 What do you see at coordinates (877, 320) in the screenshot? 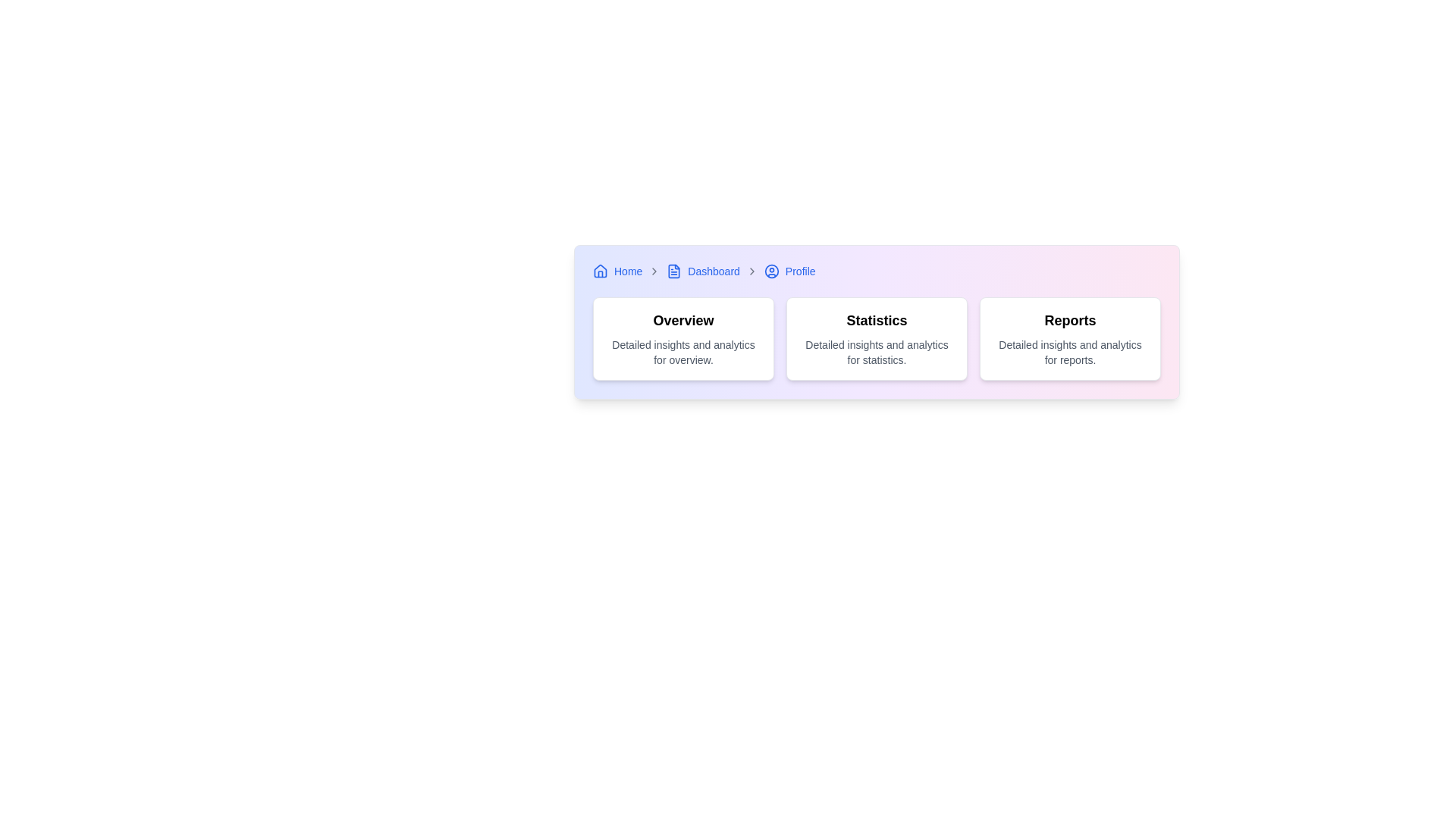
I see `the 'Statistics' text label, which is styled as a bold, black font and located prominently at the top of its card-like structure within the center card of three horizontally aligned cards` at bounding box center [877, 320].